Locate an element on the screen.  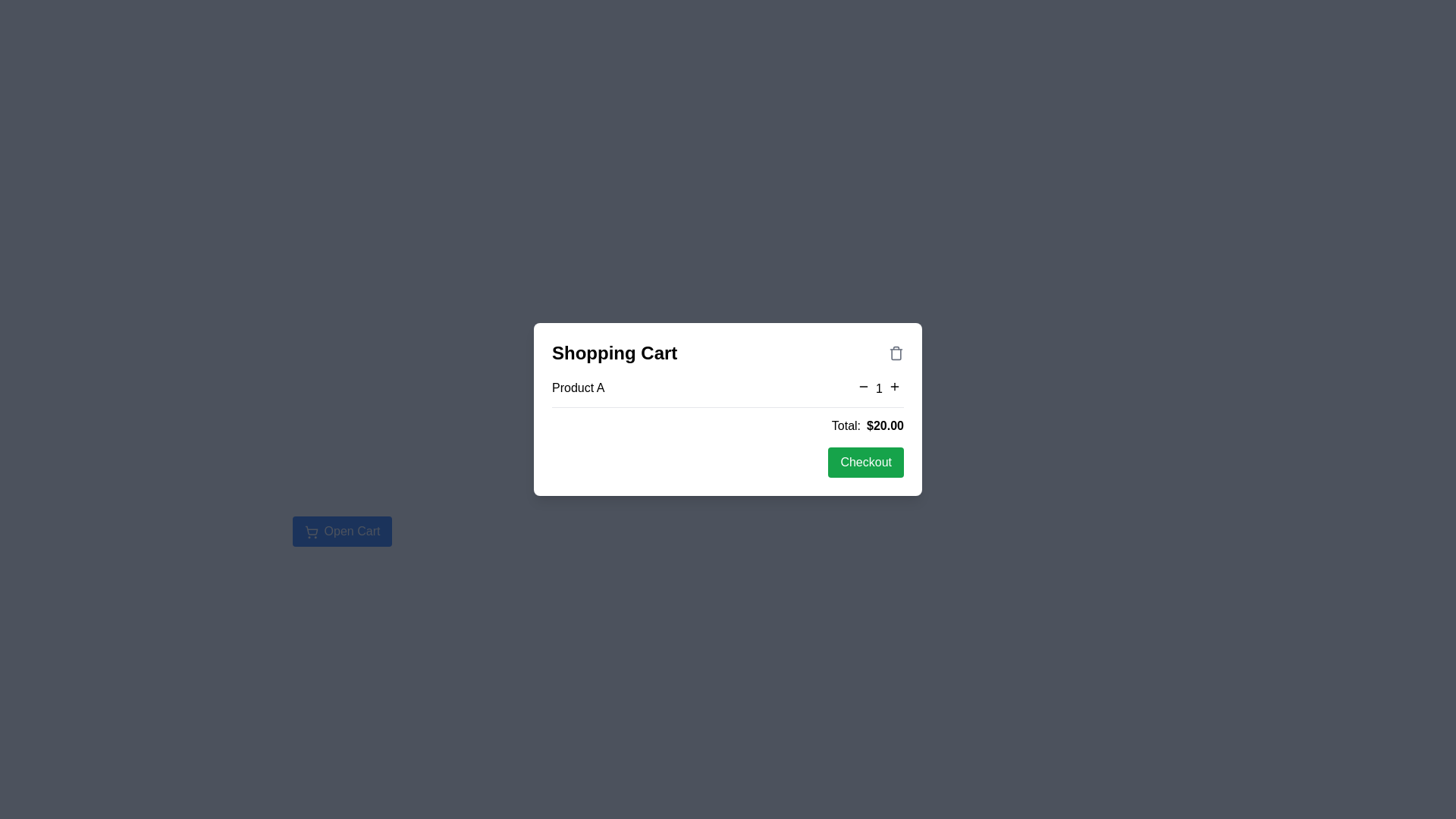
the displayed quantity of the product in the shopping cart, which is centrally positioned between the decrement and increment buttons is located at coordinates (879, 387).